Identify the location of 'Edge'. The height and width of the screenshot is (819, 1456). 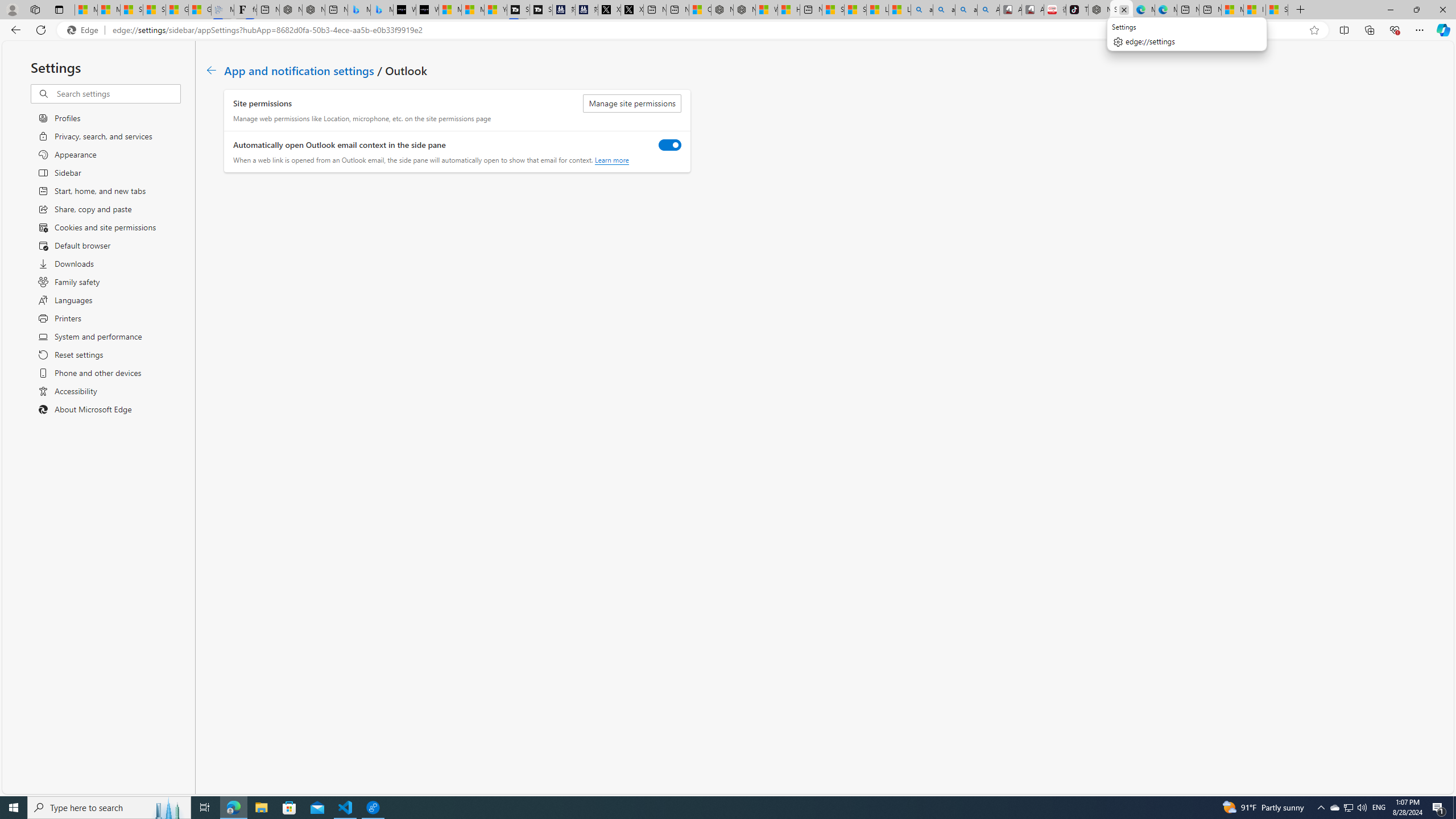
(84, 30).